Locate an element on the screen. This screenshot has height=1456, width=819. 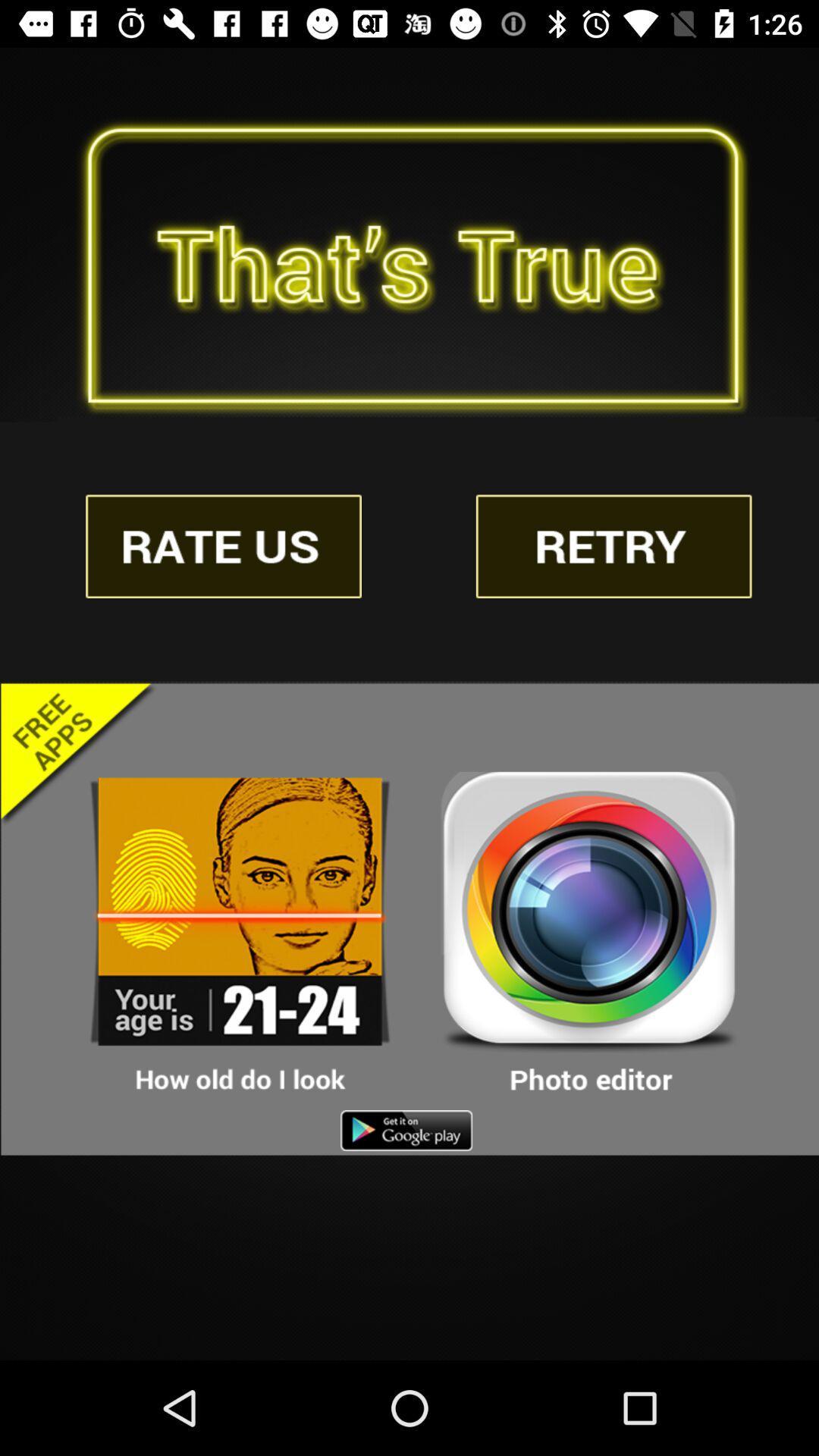
choose your choice is located at coordinates (588, 933).